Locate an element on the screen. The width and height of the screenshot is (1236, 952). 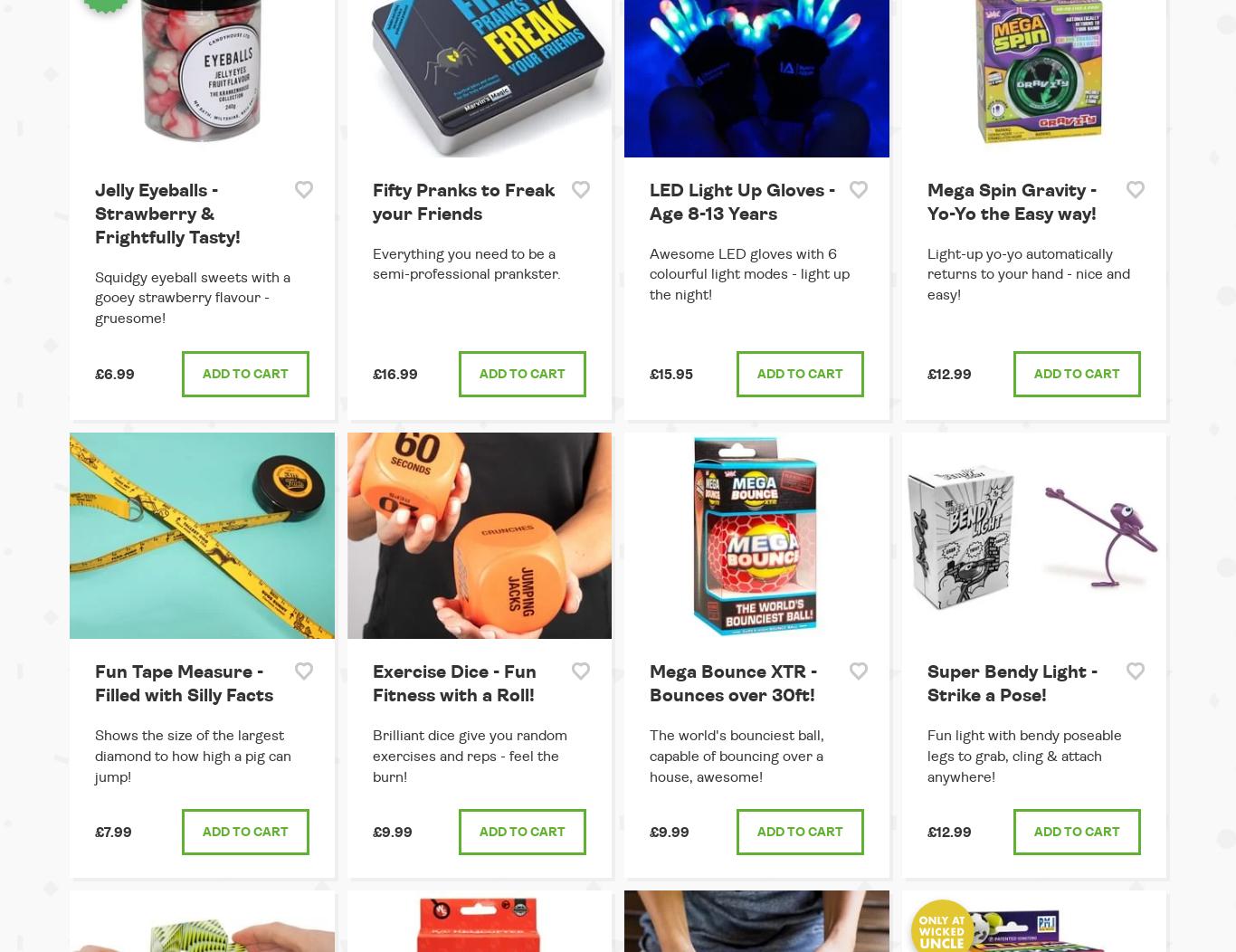
'Exercise Dice - Fun Fitness with a Roll!' is located at coordinates (453, 682).